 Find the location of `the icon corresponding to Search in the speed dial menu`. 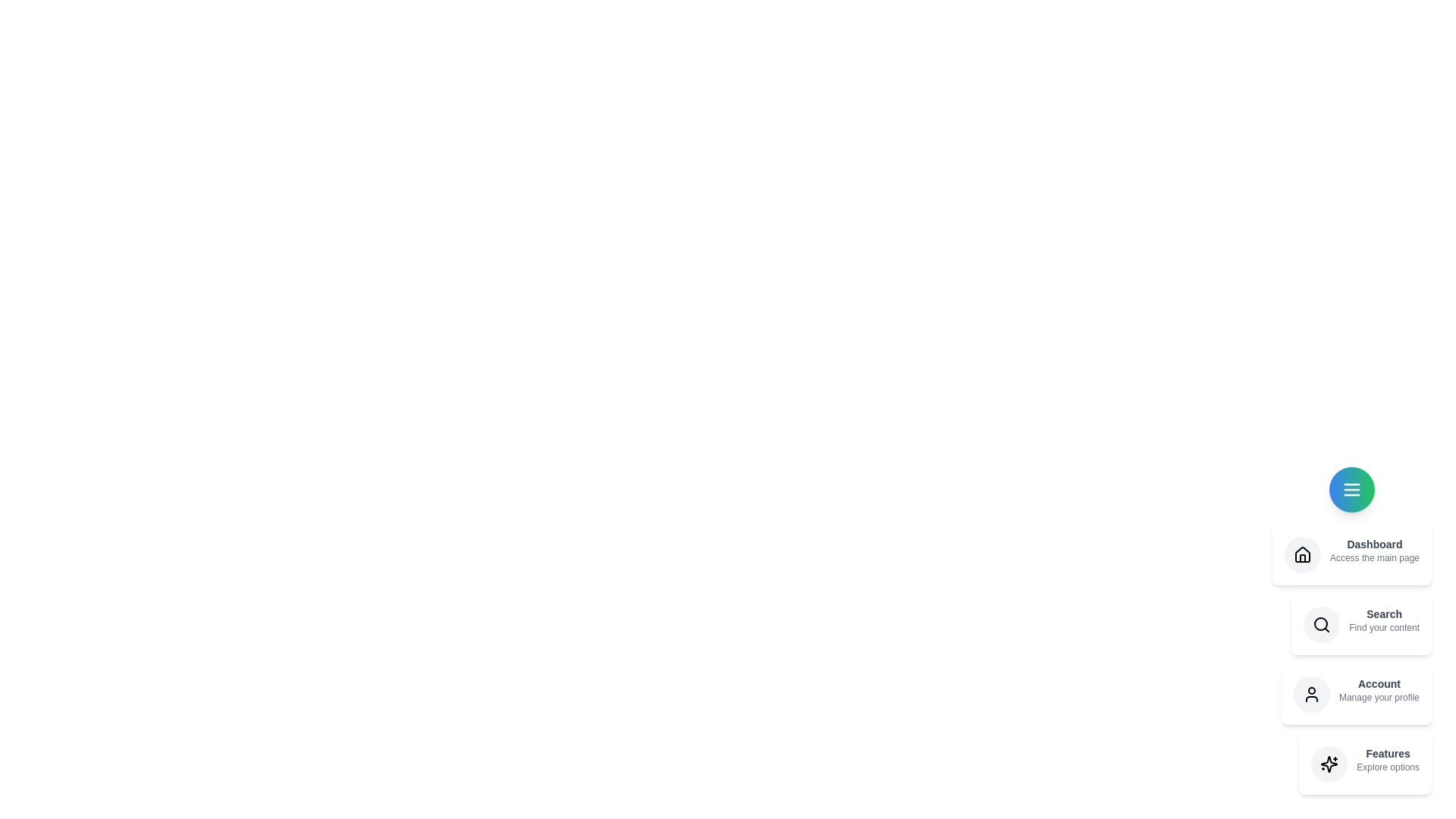

the icon corresponding to Search in the speed dial menu is located at coordinates (1321, 625).